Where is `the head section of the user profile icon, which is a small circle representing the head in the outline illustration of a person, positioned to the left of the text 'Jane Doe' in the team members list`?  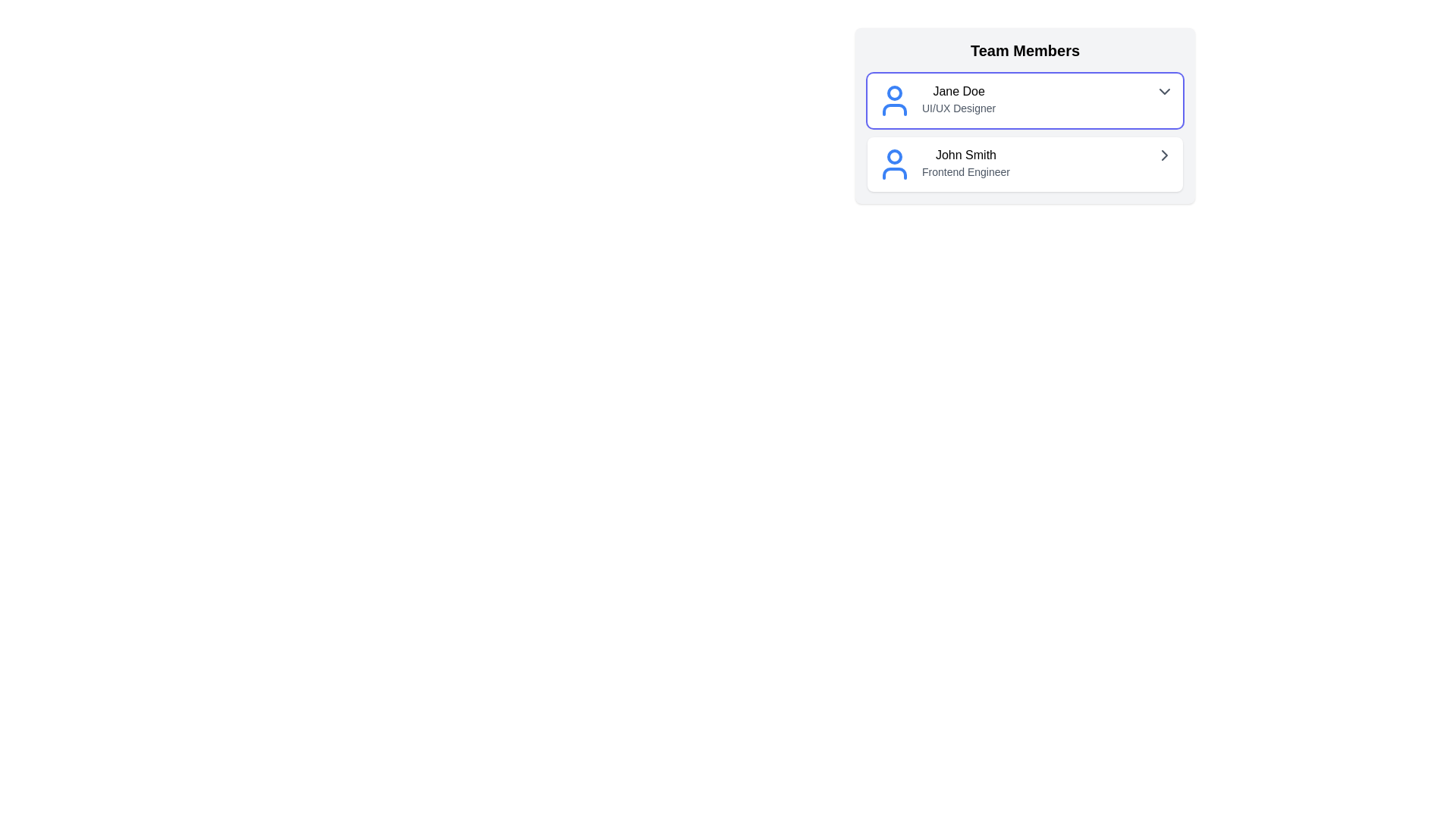
the head section of the user profile icon, which is a small circle representing the head in the outline illustration of a person, positioned to the left of the text 'Jane Doe' in the team members list is located at coordinates (895, 93).